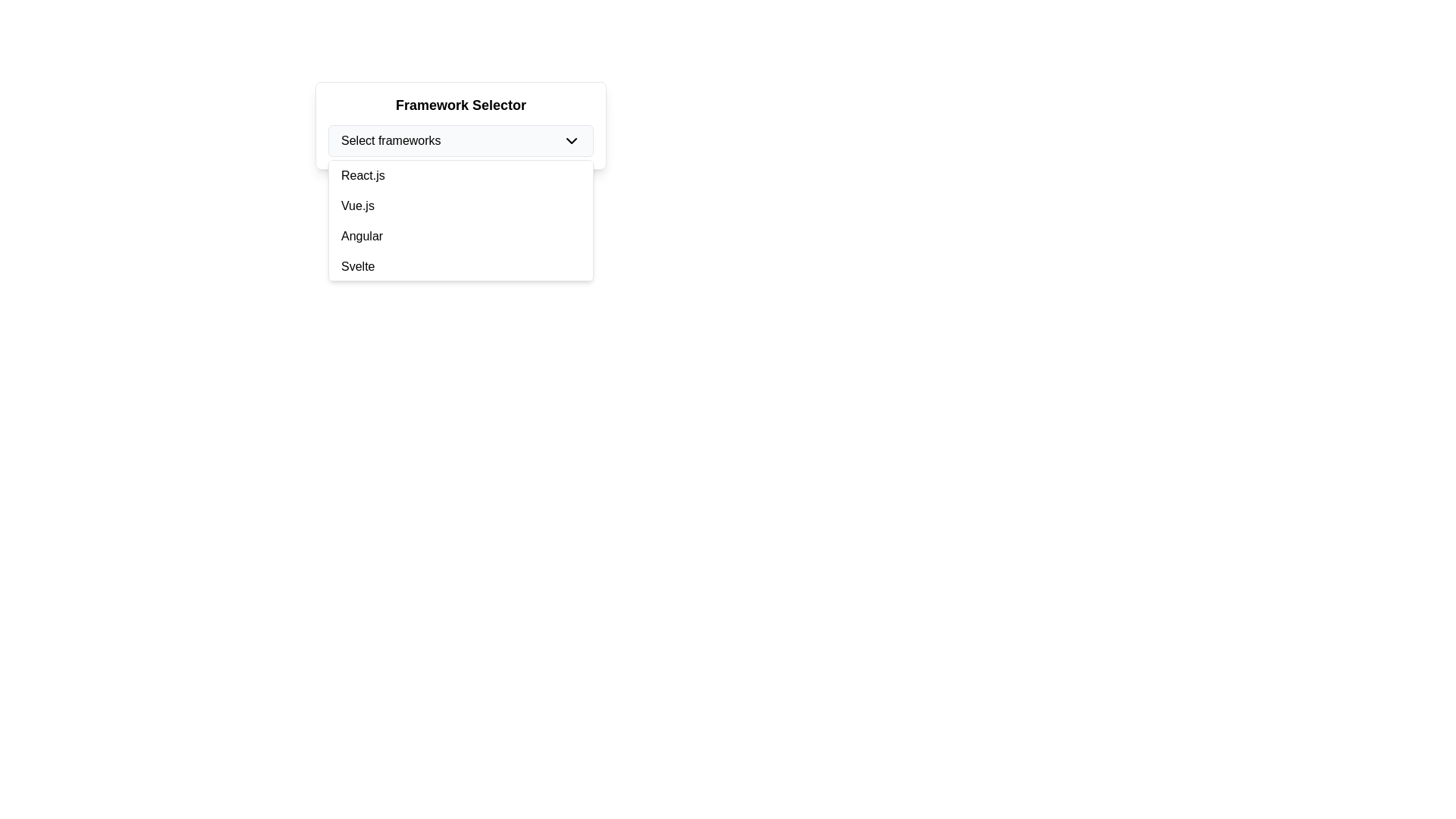  Describe the element at coordinates (570, 140) in the screenshot. I see `the chevron icon on the right side of the 'Select frameworks' dropdown button` at that location.